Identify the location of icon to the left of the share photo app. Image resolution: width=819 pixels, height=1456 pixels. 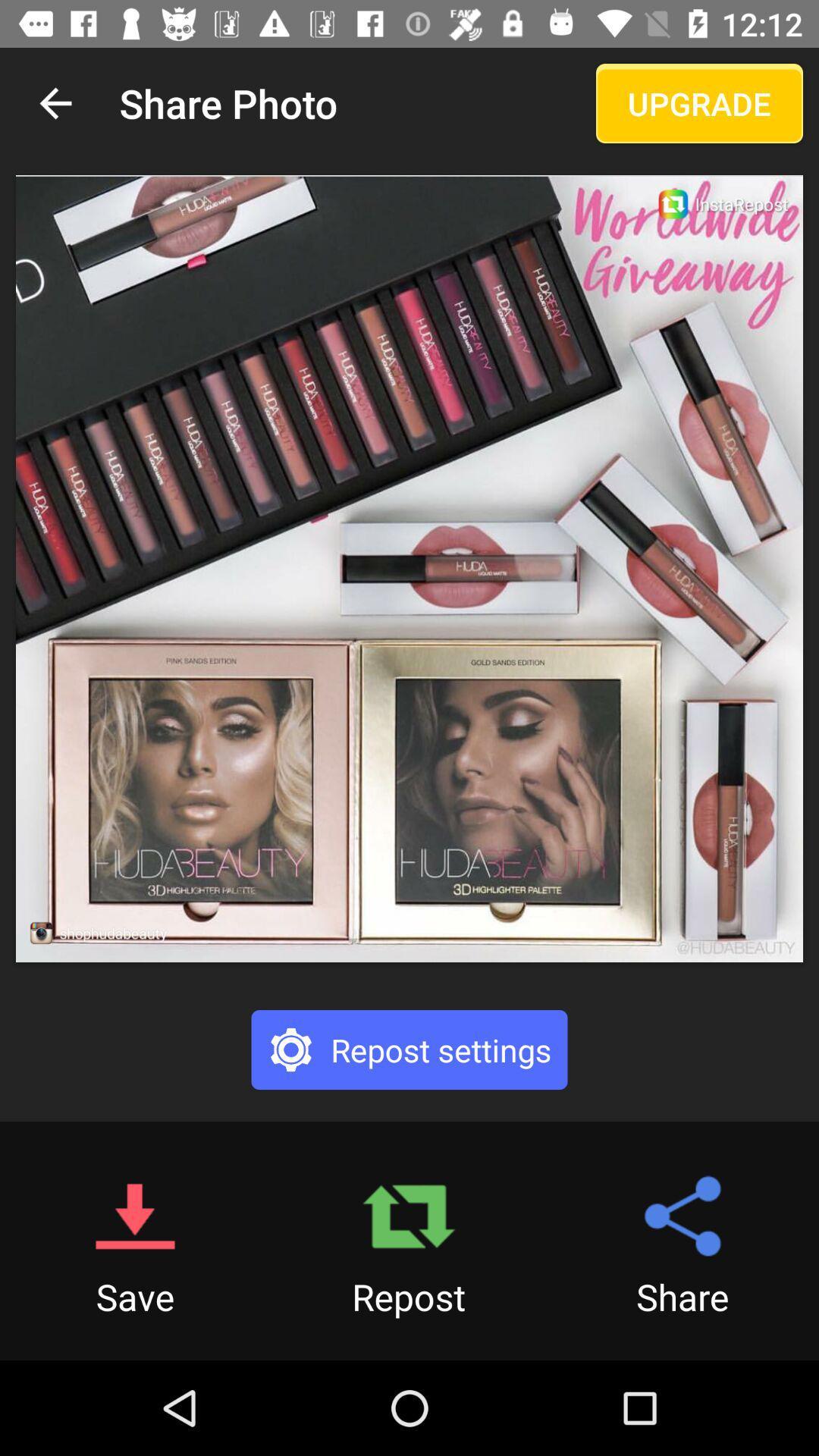
(55, 102).